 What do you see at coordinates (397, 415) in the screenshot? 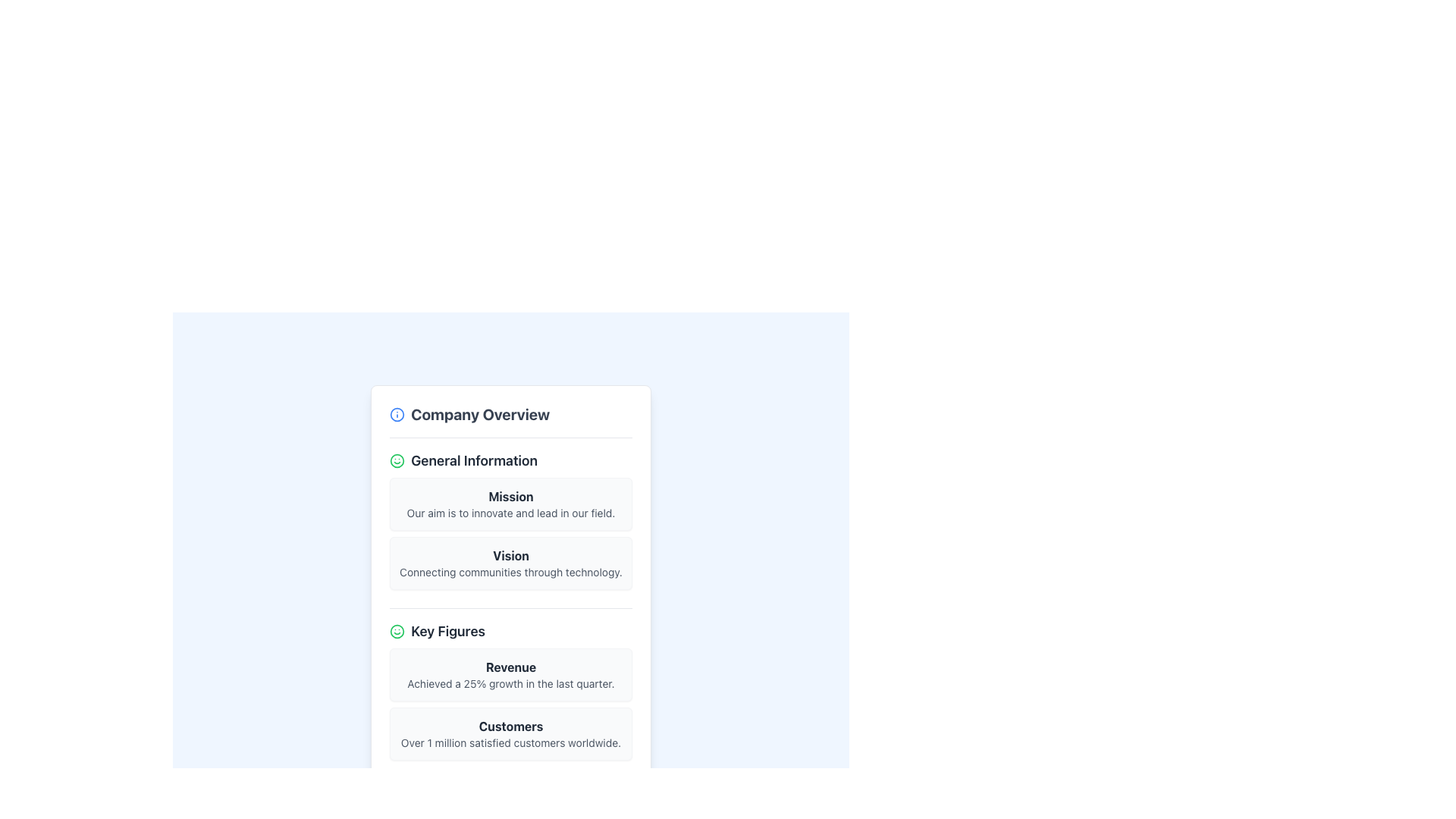
I see `the circular blue-bordered icon with an information symbol located on the far left of the 'Company Overview' section header for more information` at bounding box center [397, 415].